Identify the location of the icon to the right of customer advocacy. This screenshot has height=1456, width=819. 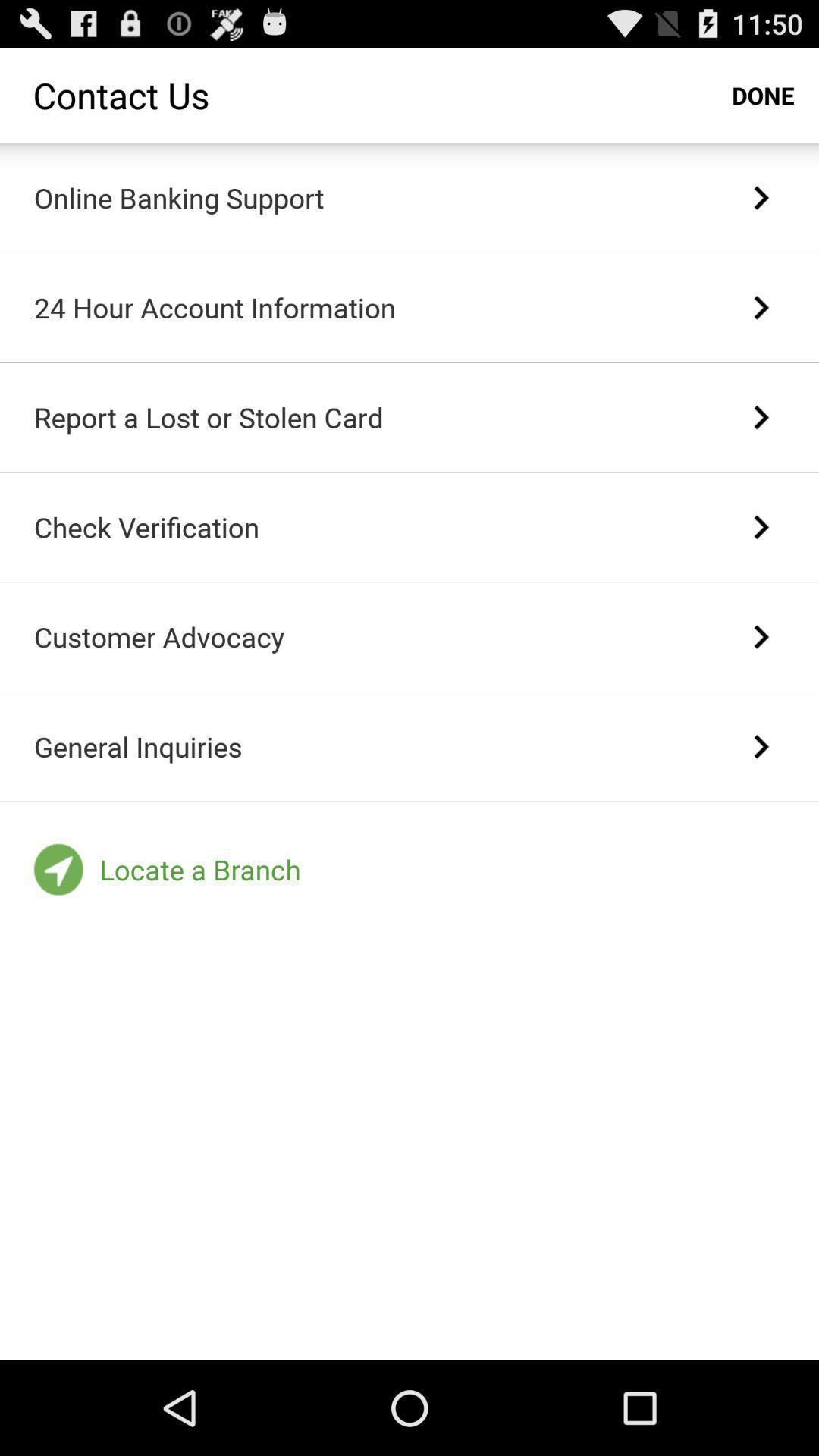
(761, 637).